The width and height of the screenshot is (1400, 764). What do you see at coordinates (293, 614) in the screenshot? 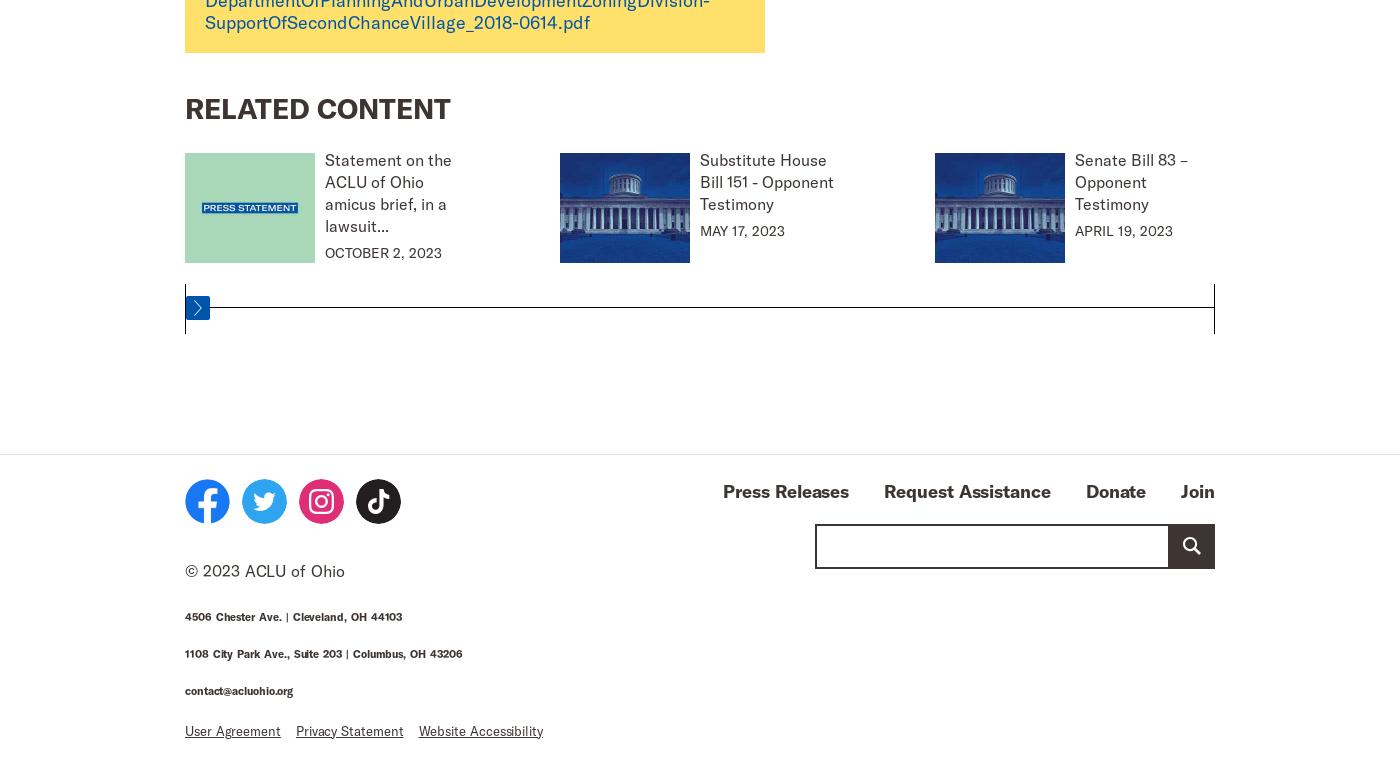
I see `'4506 Chester Ave. | Cleveland, OH 44103'` at bounding box center [293, 614].